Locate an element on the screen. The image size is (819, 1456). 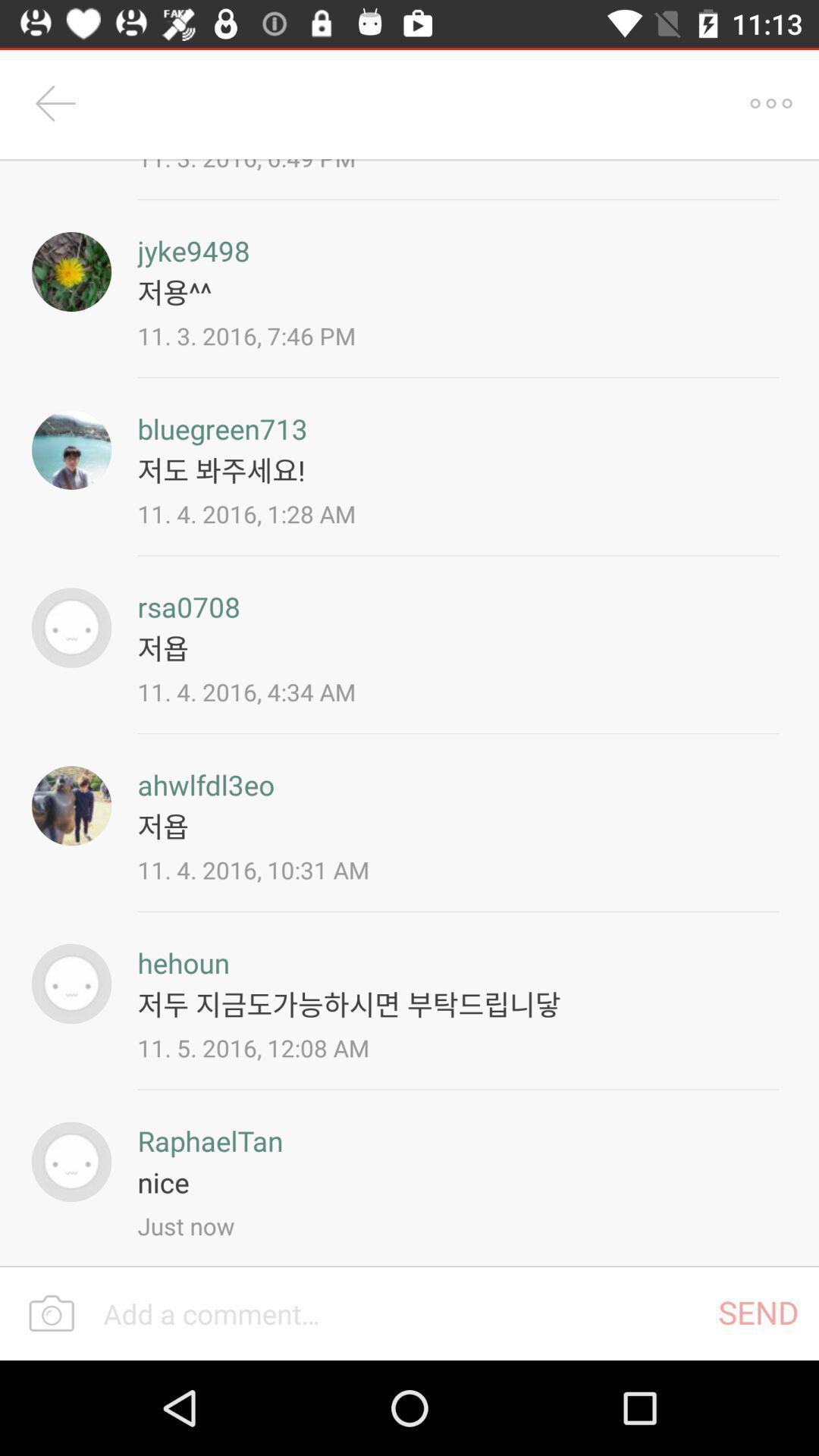
the item above nice is located at coordinates (210, 1141).